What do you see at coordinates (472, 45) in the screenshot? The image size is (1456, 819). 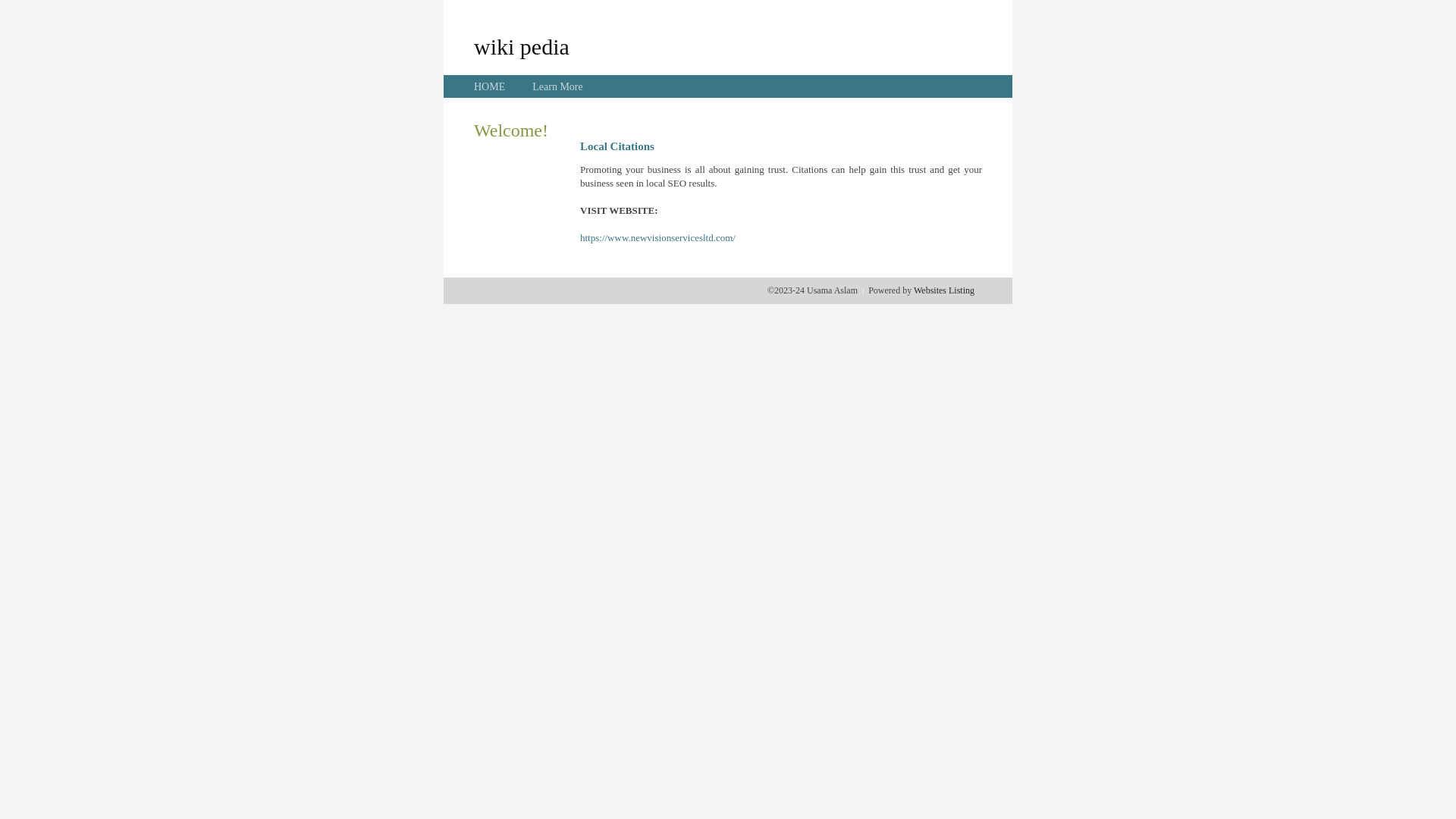 I see `'wiki pedia'` at bounding box center [472, 45].